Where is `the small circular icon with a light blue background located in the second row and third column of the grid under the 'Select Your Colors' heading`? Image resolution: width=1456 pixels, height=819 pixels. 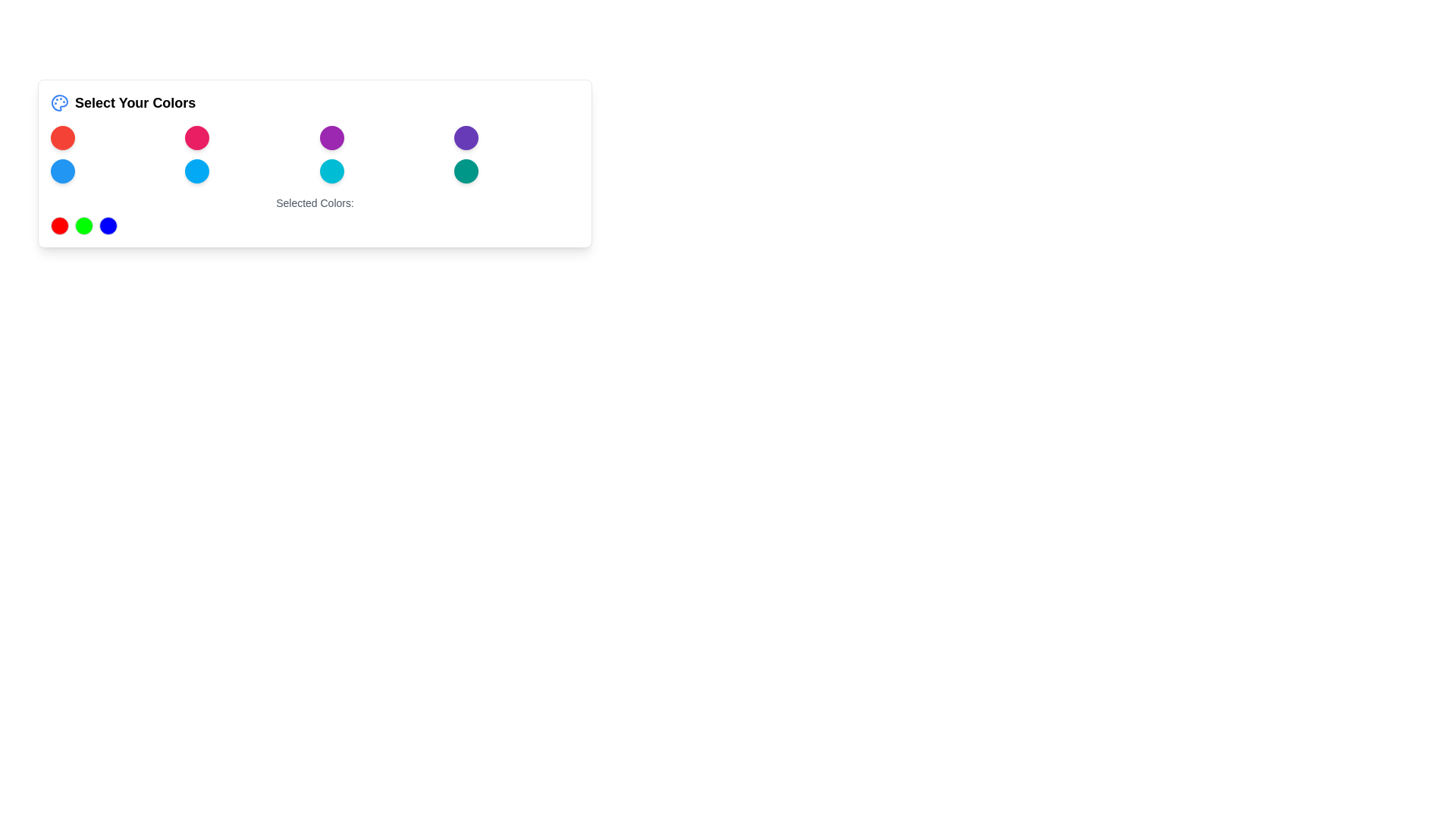
the small circular icon with a light blue background located in the second row and third column of the grid under the 'Select Your Colors' heading is located at coordinates (331, 171).